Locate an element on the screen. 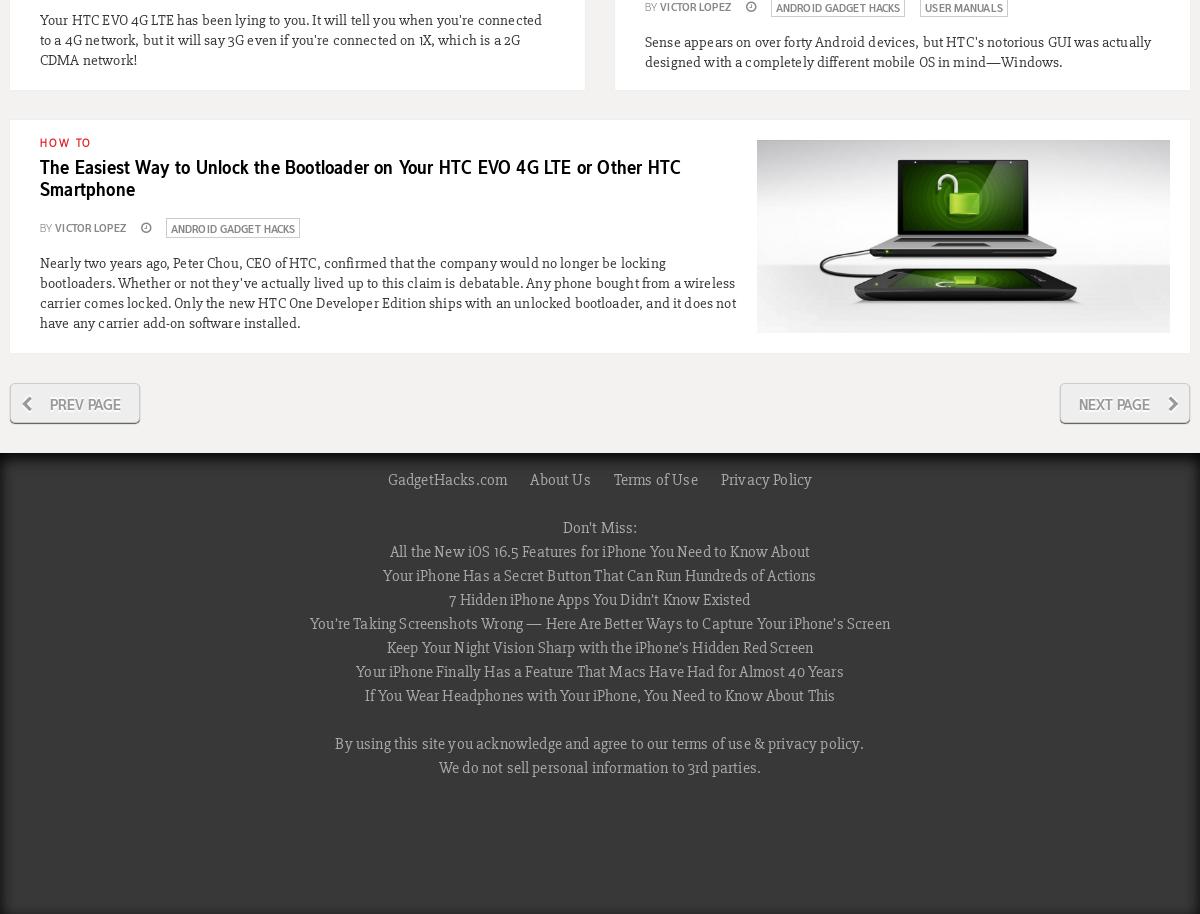  '.' is located at coordinates (860, 743).